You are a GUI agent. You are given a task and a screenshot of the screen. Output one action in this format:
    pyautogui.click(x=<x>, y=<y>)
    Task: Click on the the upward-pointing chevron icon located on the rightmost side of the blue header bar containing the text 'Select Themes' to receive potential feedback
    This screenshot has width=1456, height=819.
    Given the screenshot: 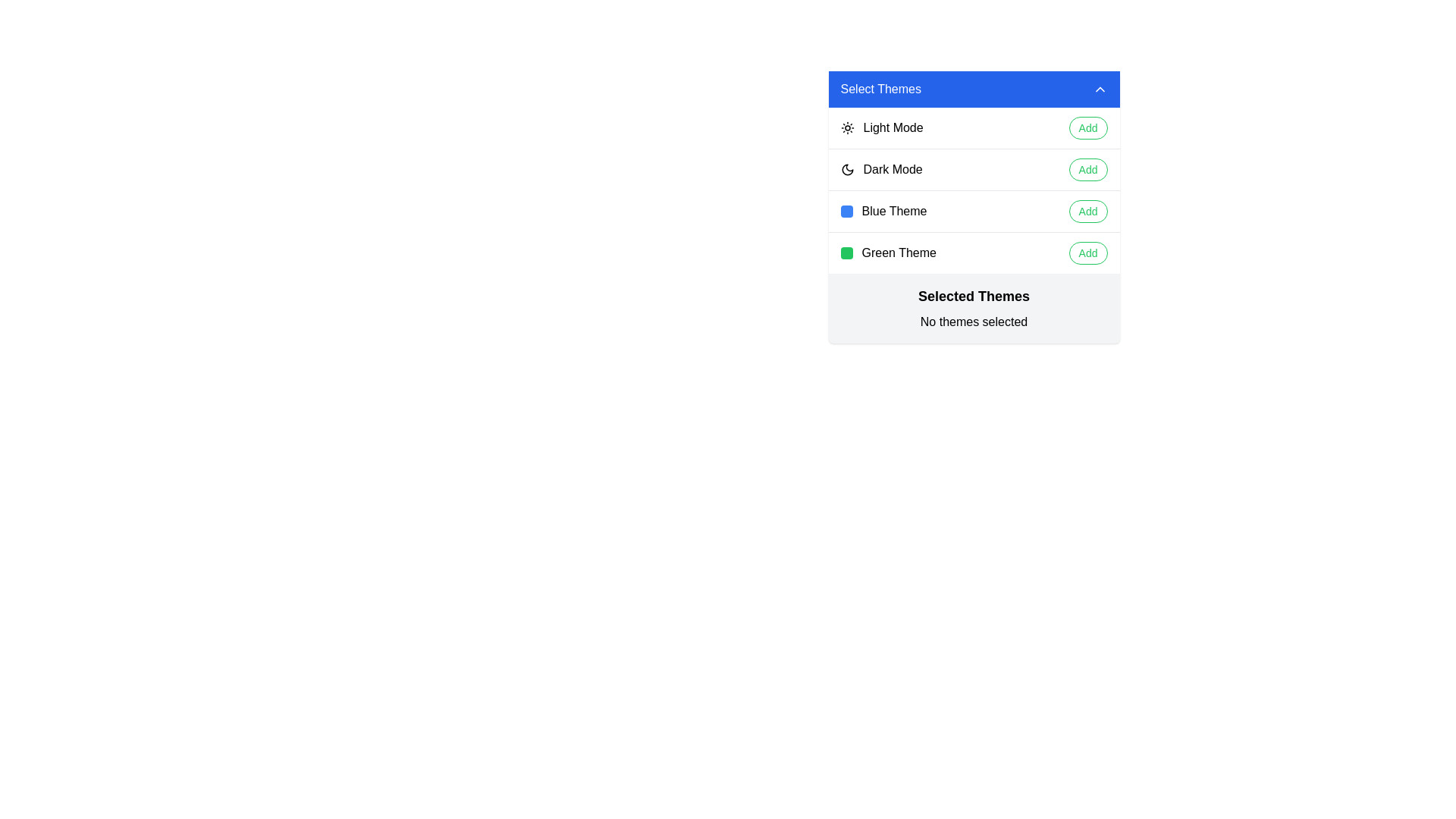 What is the action you would take?
    pyautogui.click(x=1100, y=89)
    